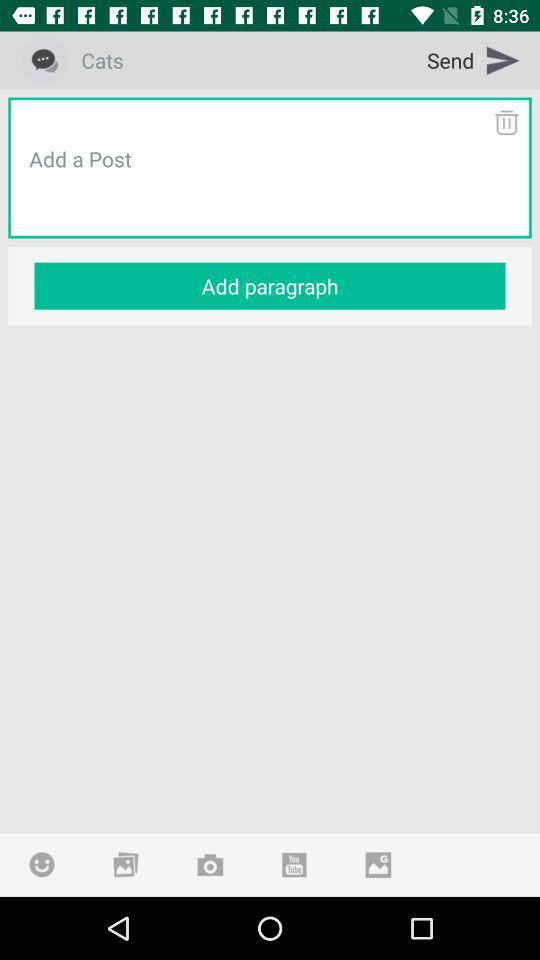 This screenshot has height=960, width=540. Describe the element at coordinates (473, 59) in the screenshot. I see `send` at that location.